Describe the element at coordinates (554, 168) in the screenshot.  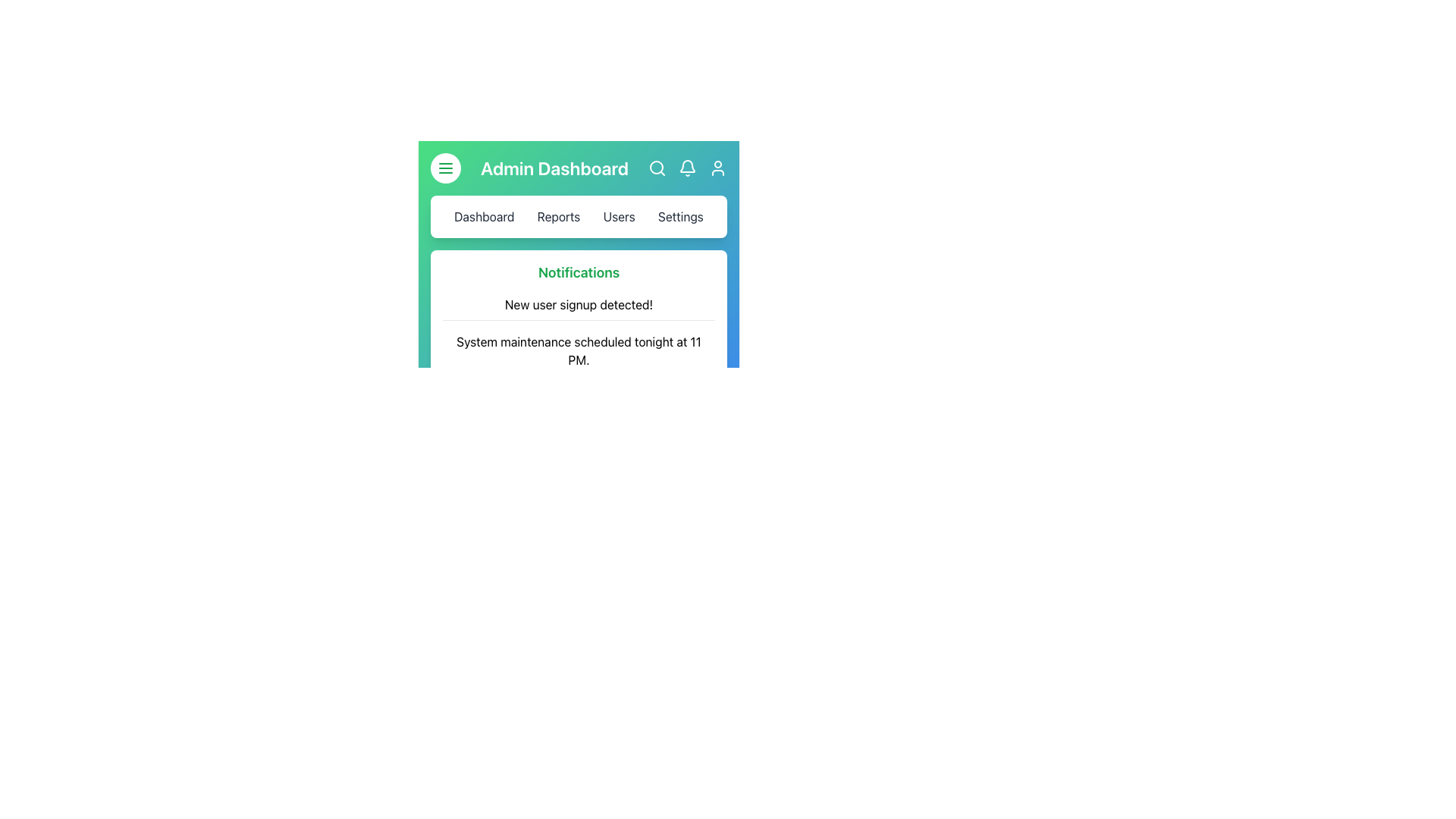
I see `the 'Admin Dashboard' label, which is a bold white text on a gradient background located in the top-center region of the interface, specifically within the header section` at that location.